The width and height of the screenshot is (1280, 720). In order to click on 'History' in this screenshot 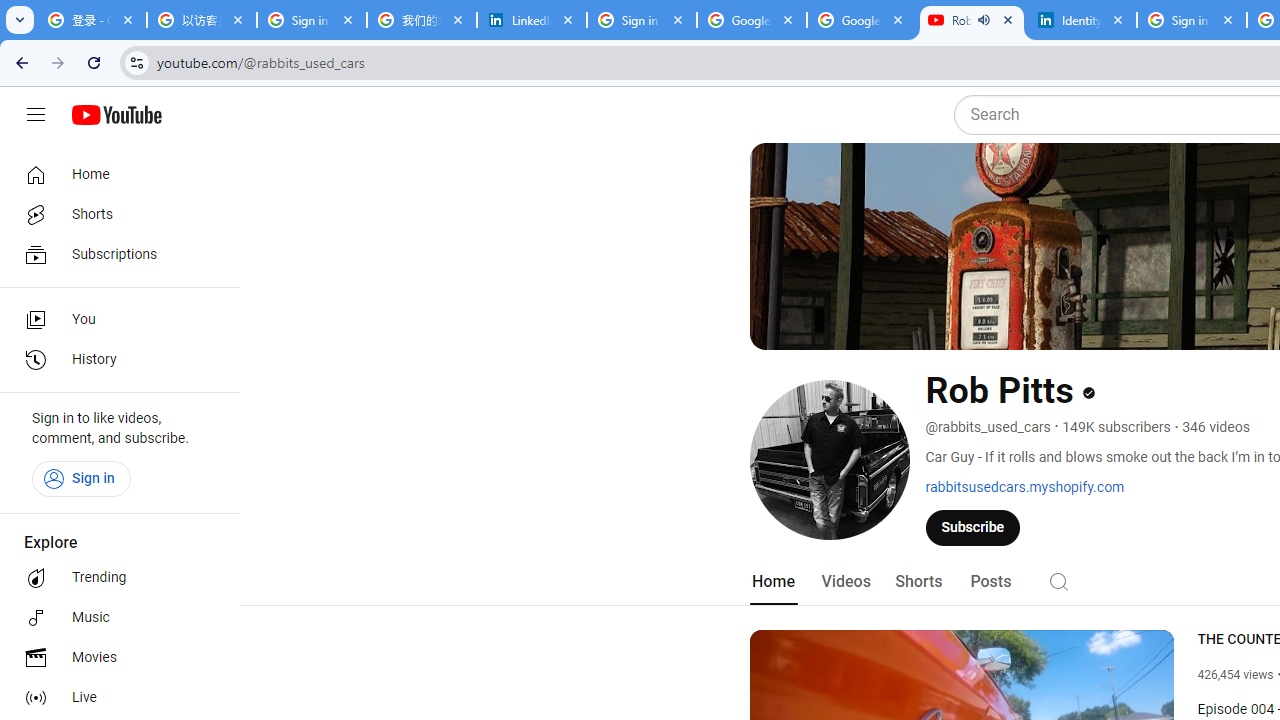, I will do `click(112, 360)`.